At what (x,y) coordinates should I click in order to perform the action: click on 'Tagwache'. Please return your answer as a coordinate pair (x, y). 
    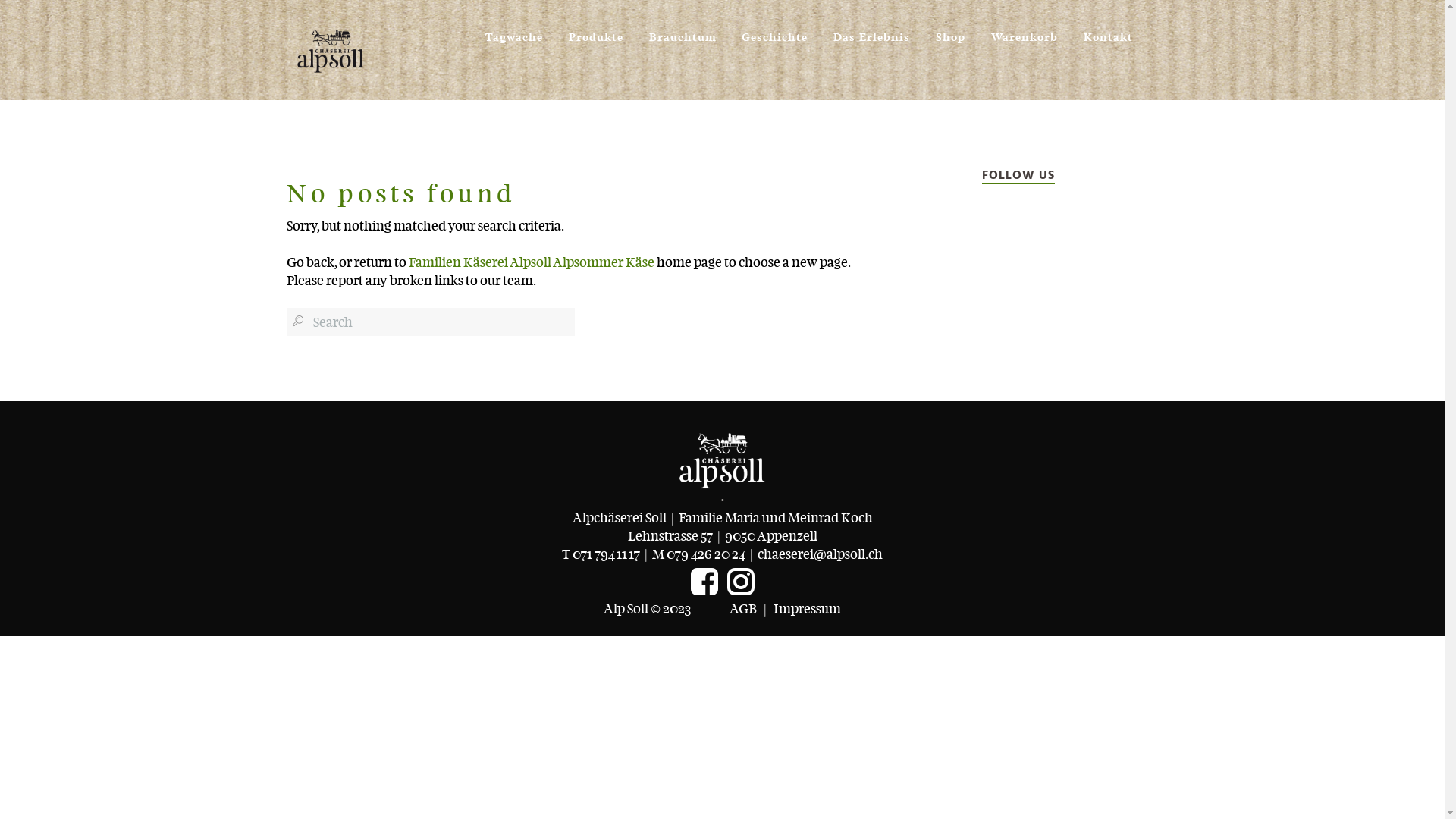
    Looking at the image, I should click on (513, 30).